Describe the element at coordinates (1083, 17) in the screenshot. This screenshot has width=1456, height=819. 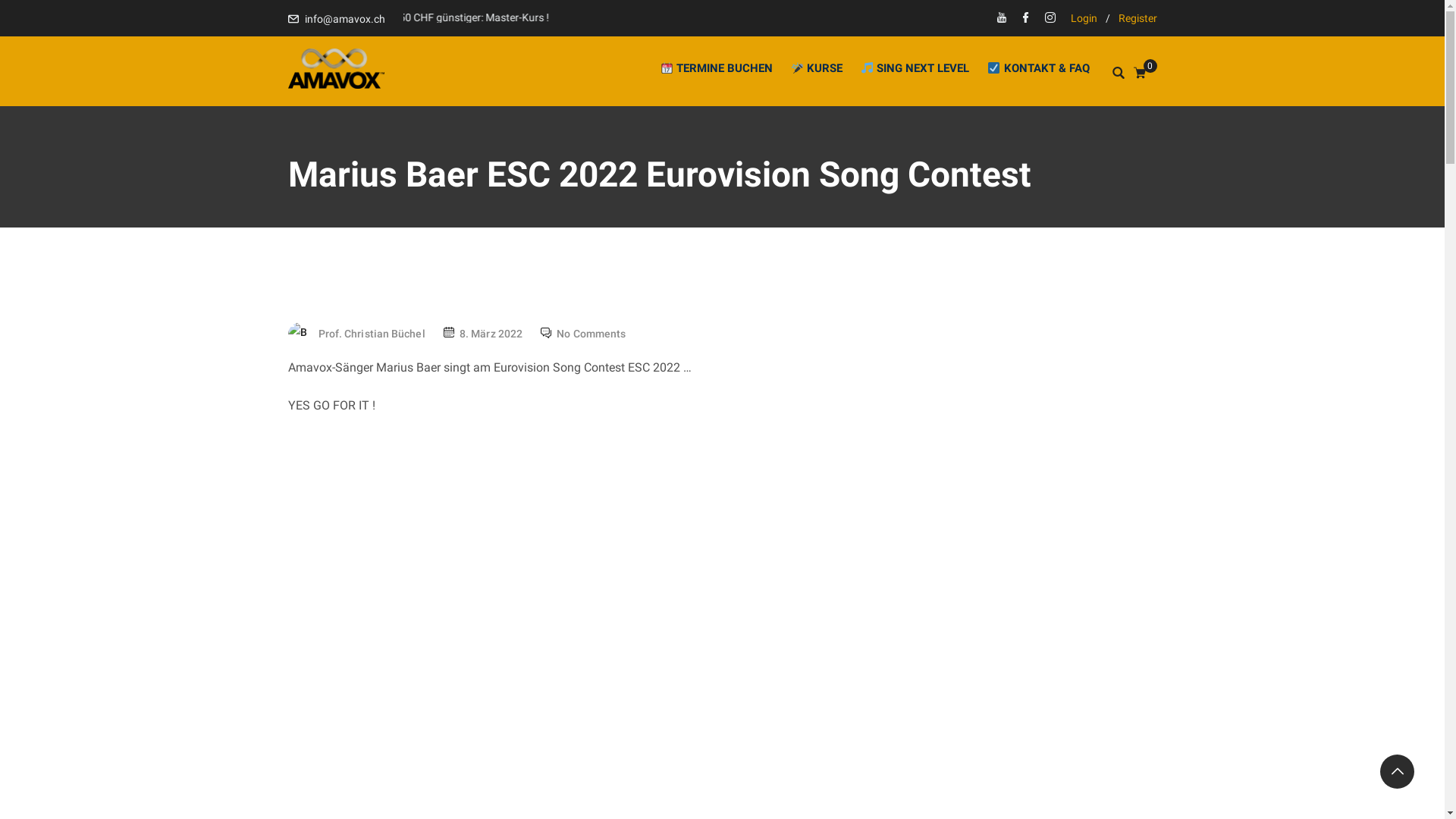
I see `'Login'` at that location.